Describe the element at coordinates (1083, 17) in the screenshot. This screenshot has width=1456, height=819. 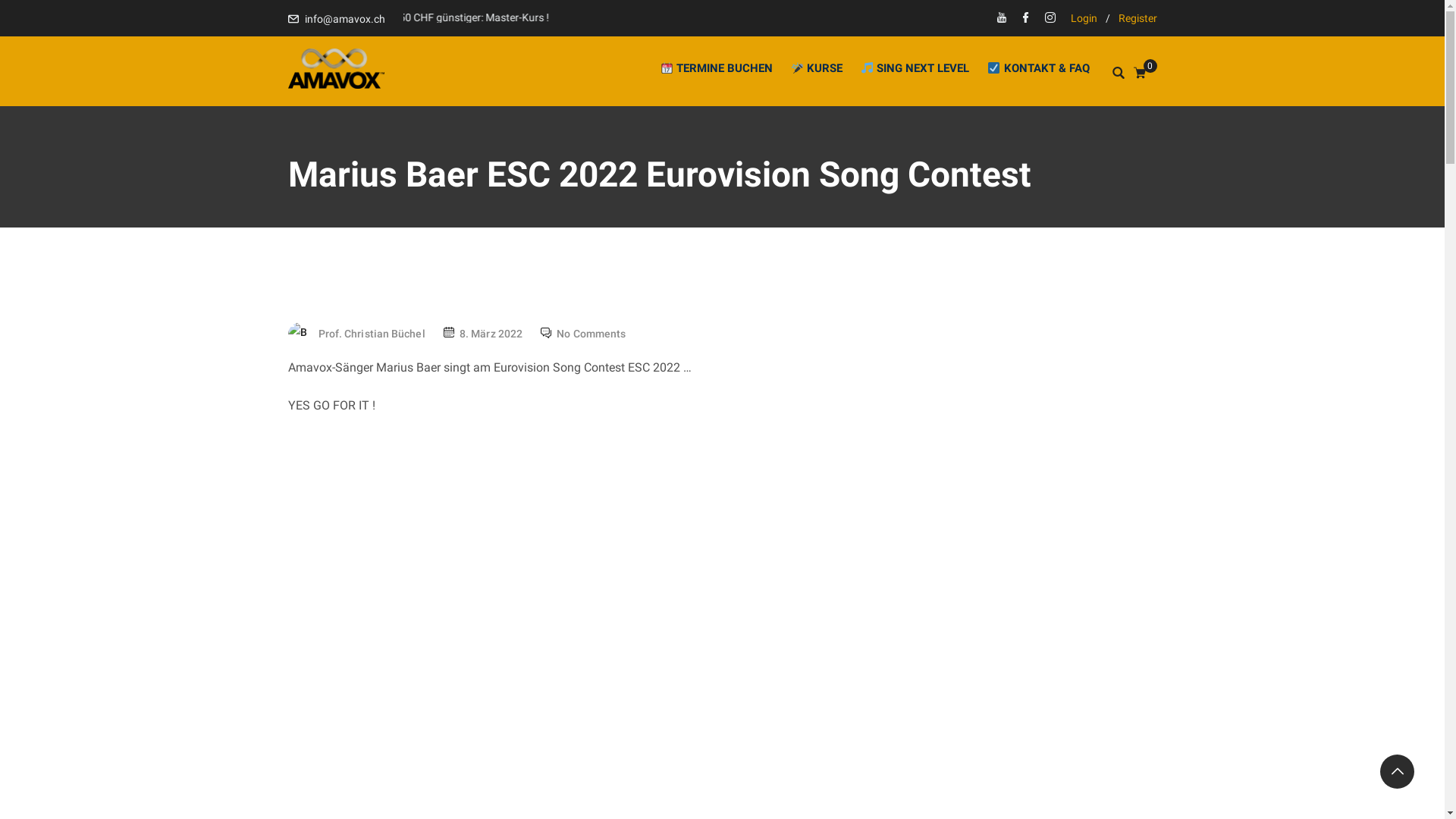
I see `'Login'` at that location.